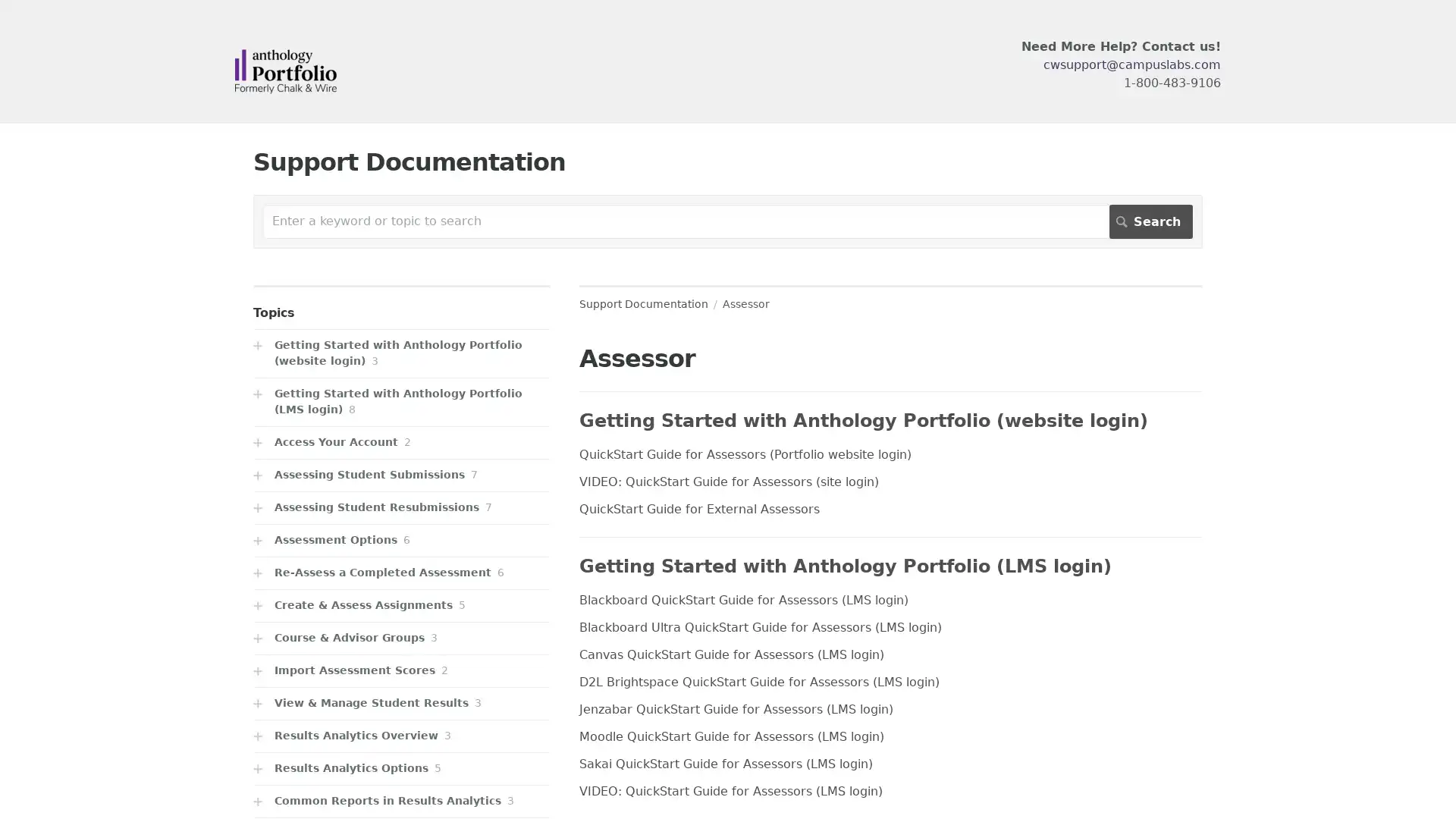 The image size is (1456, 819). I want to click on Assessing Student Resubmissions 7, so click(401, 507).